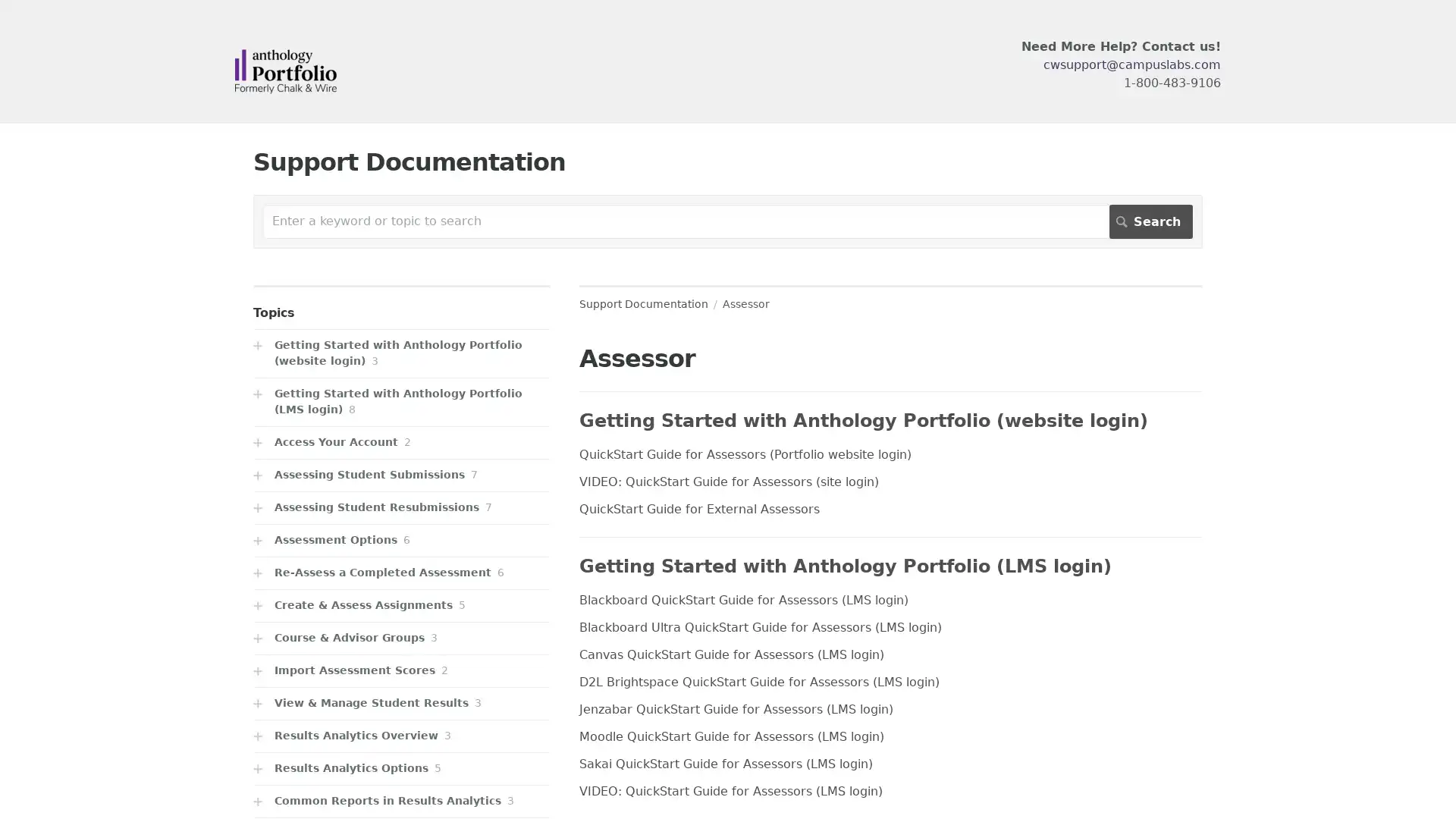 The image size is (1456, 819). I want to click on Assessing Student Resubmissions 7, so click(401, 507).